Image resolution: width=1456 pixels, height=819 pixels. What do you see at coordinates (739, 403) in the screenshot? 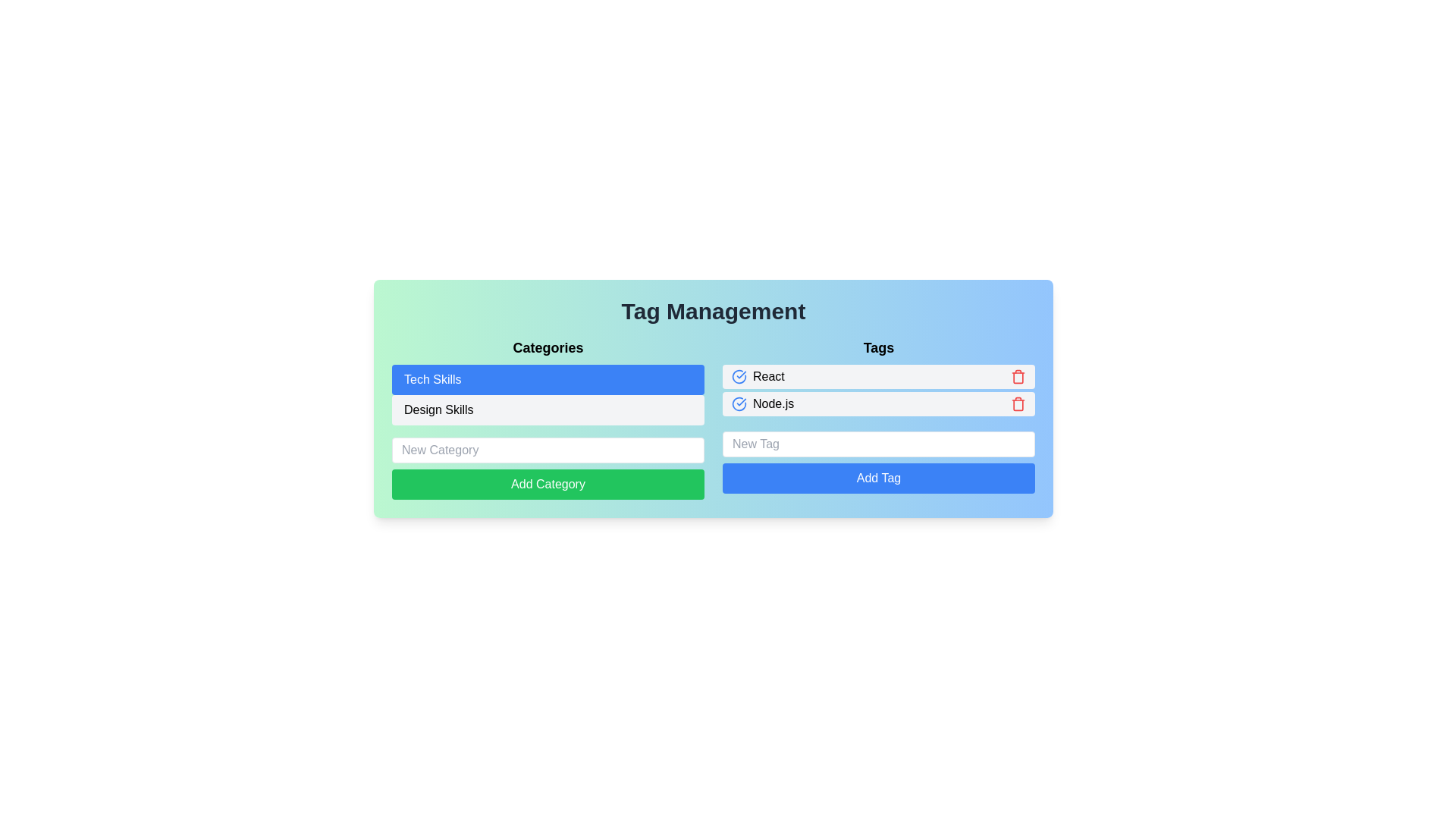
I see `the blue circular icon with a checkmark inside, located next to the text 'Node.js' in the 'Tags' section` at bounding box center [739, 403].